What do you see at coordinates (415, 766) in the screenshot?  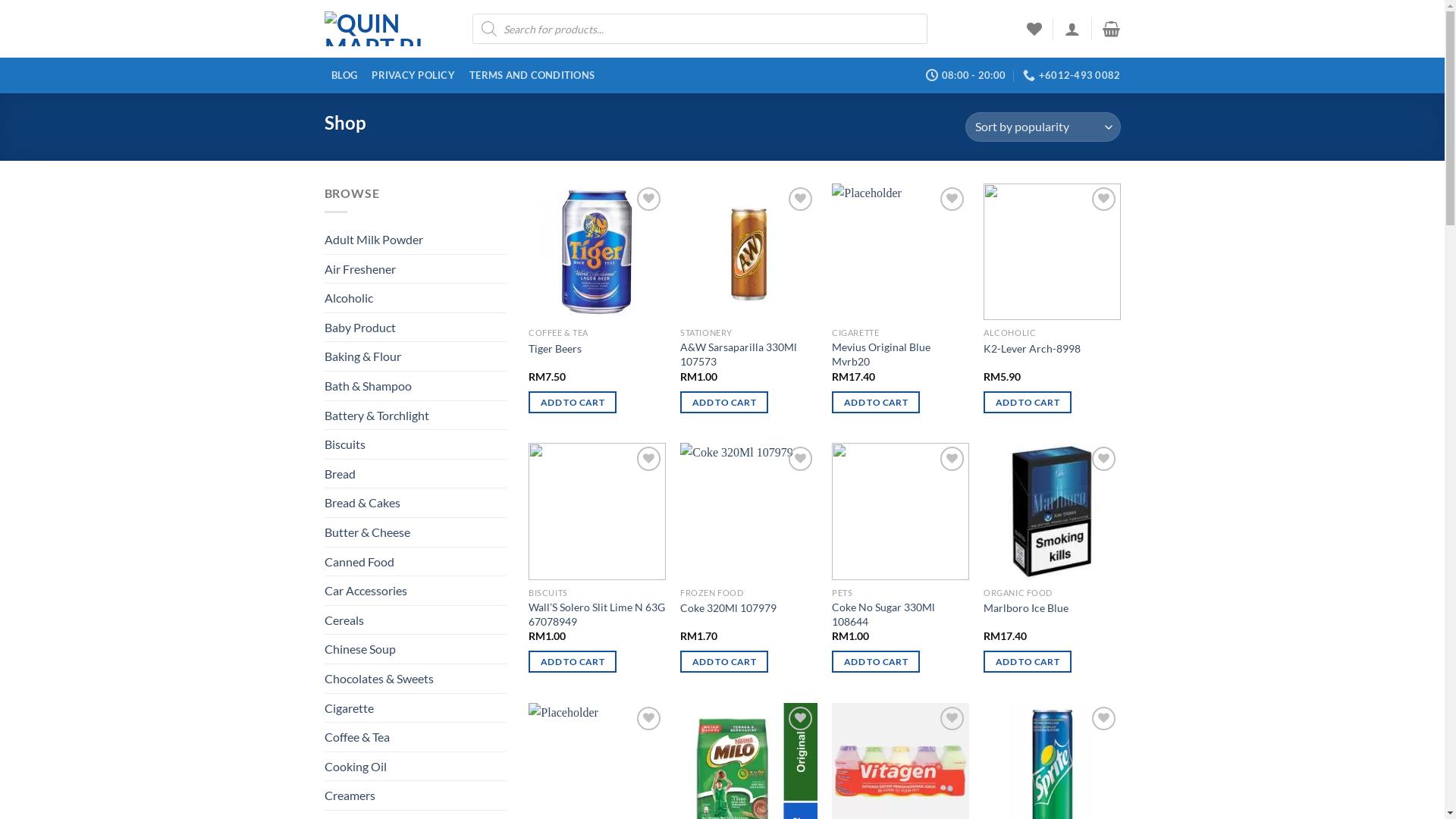 I see `'Cooking Oil'` at bounding box center [415, 766].